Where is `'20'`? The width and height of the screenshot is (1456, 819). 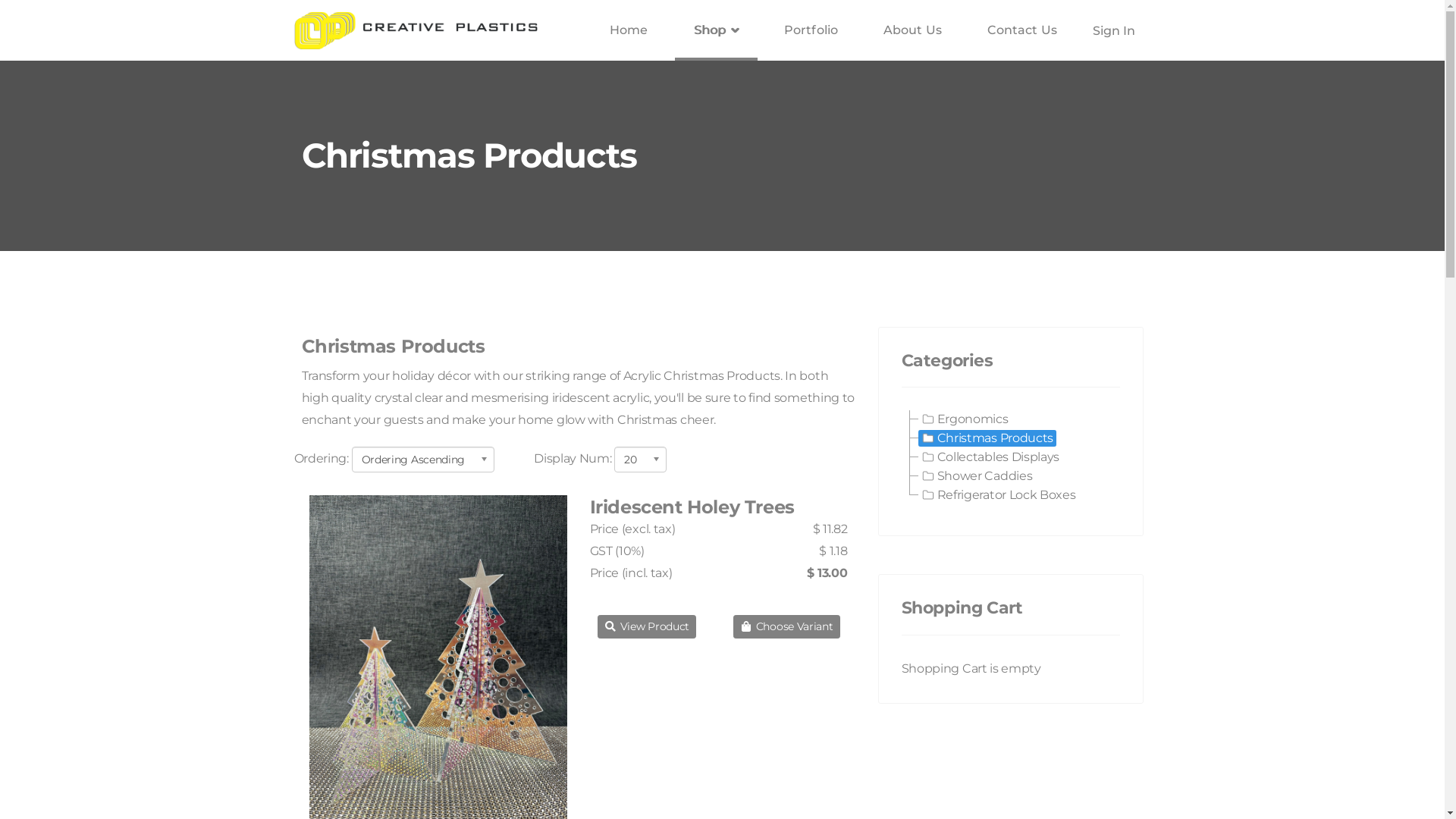
'20' is located at coordinates (614, 458).